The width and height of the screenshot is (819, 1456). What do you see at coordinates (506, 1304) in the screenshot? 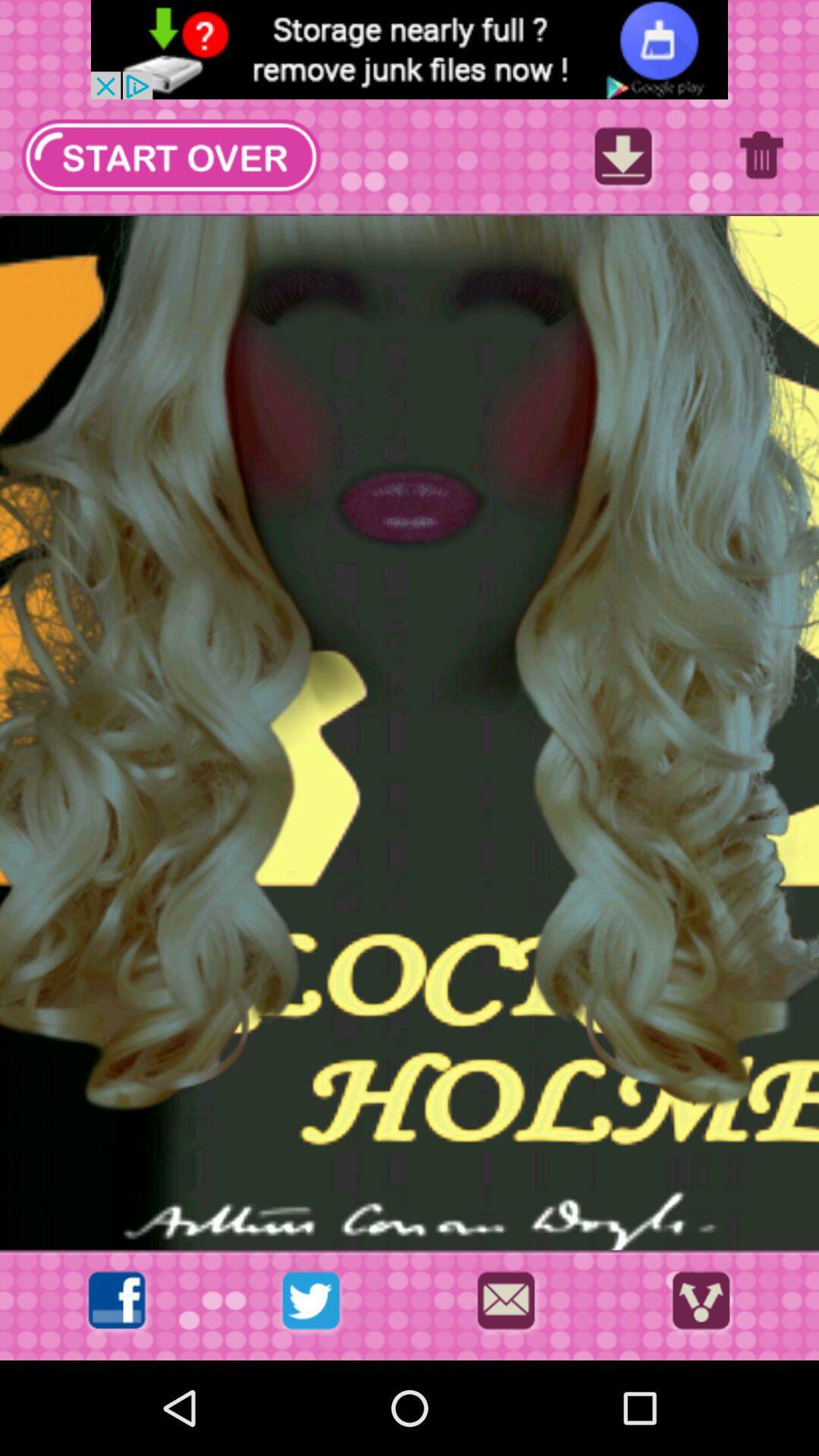
I see `e-mail` at bounding box center [506, 1304].